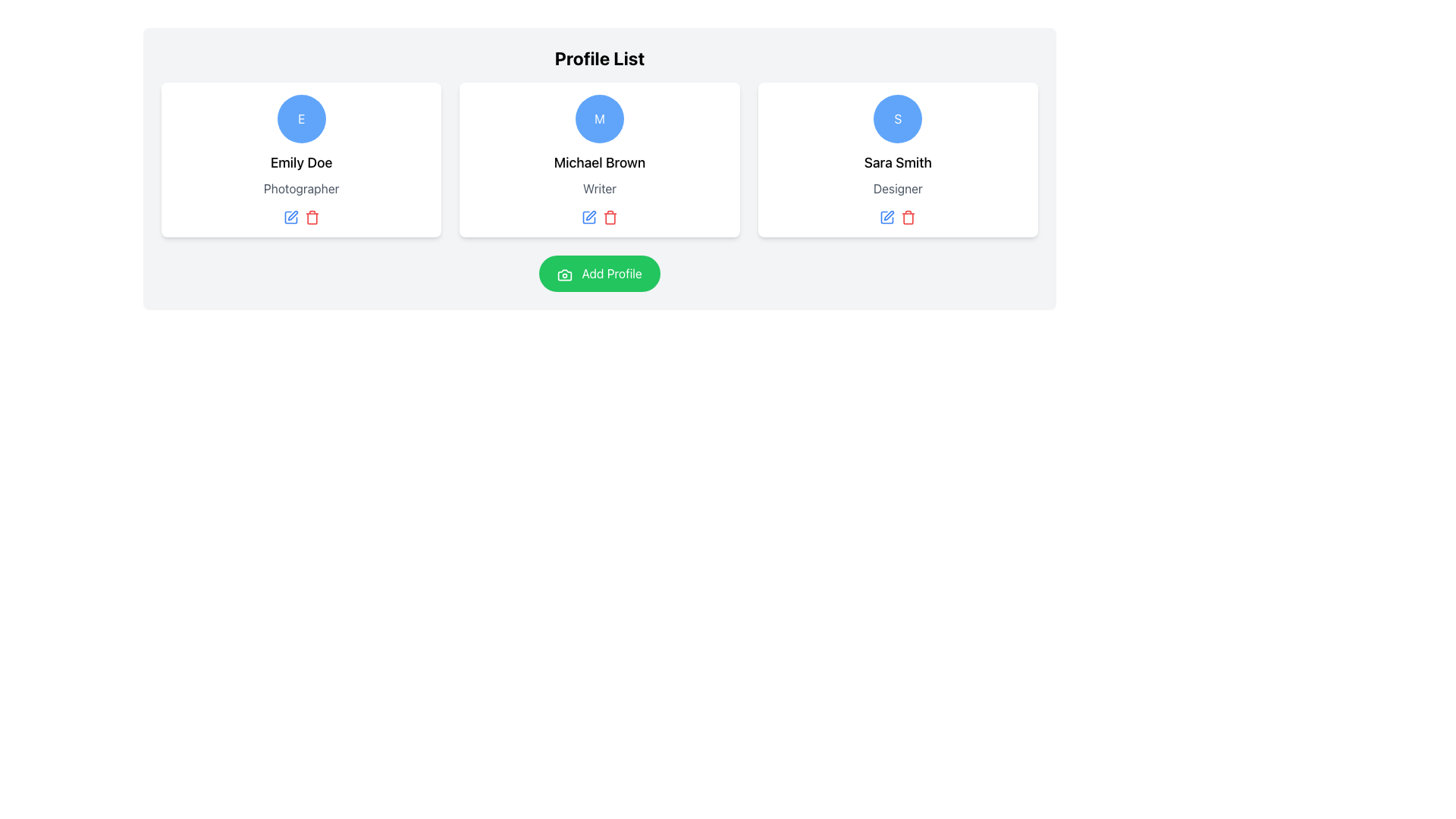 The width and height of the screenshot is (1456, 819). Describe the element at coordinates (599, 118) in the screenshot. I see `the Circular Initial Badge representing 'M' for Michael Brown, located at the top center of the profile card in the middle of three profile cards` at that location.